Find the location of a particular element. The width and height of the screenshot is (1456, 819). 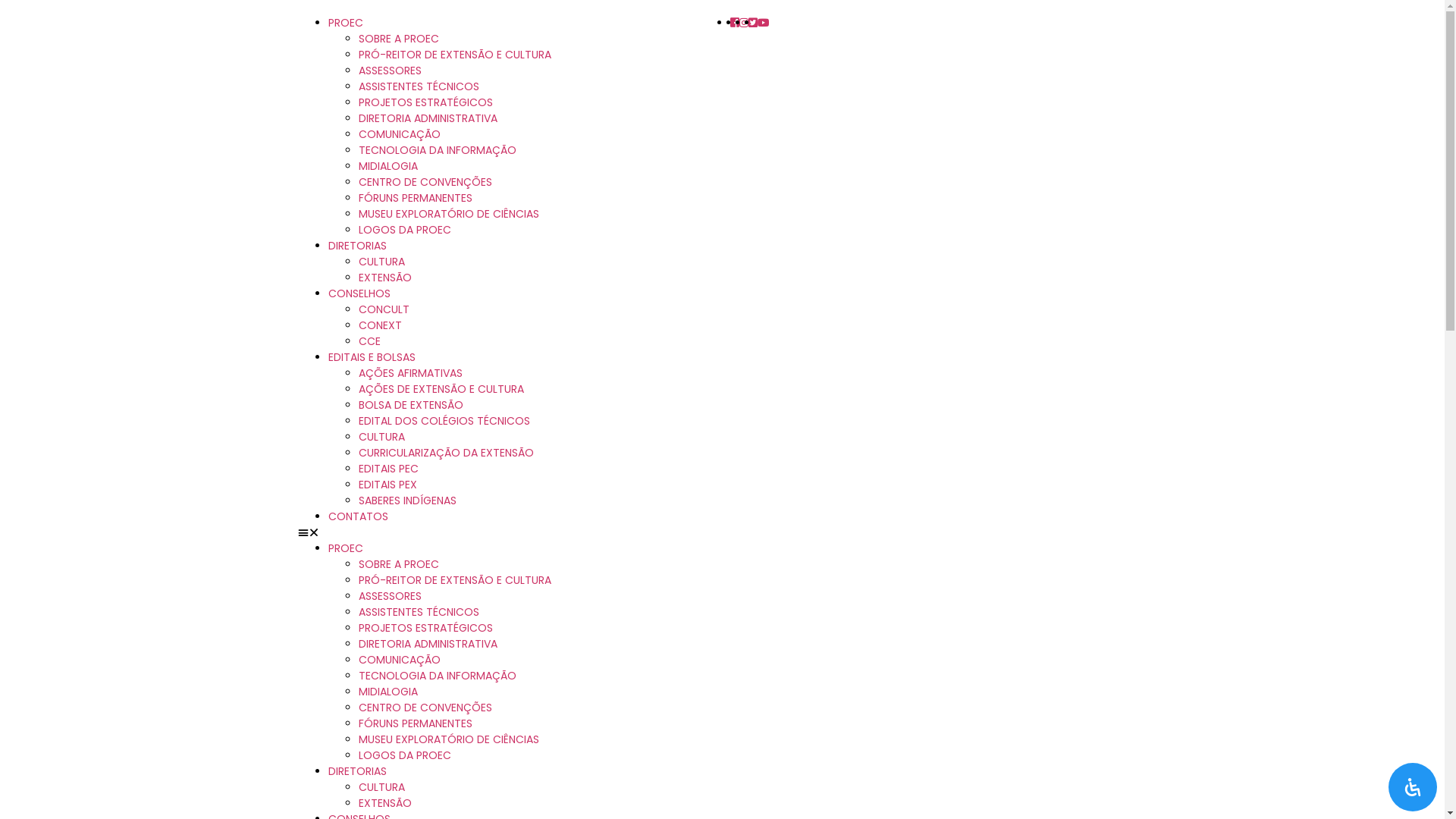

'Acessibilidade' is located at coordinates (1411, 786).